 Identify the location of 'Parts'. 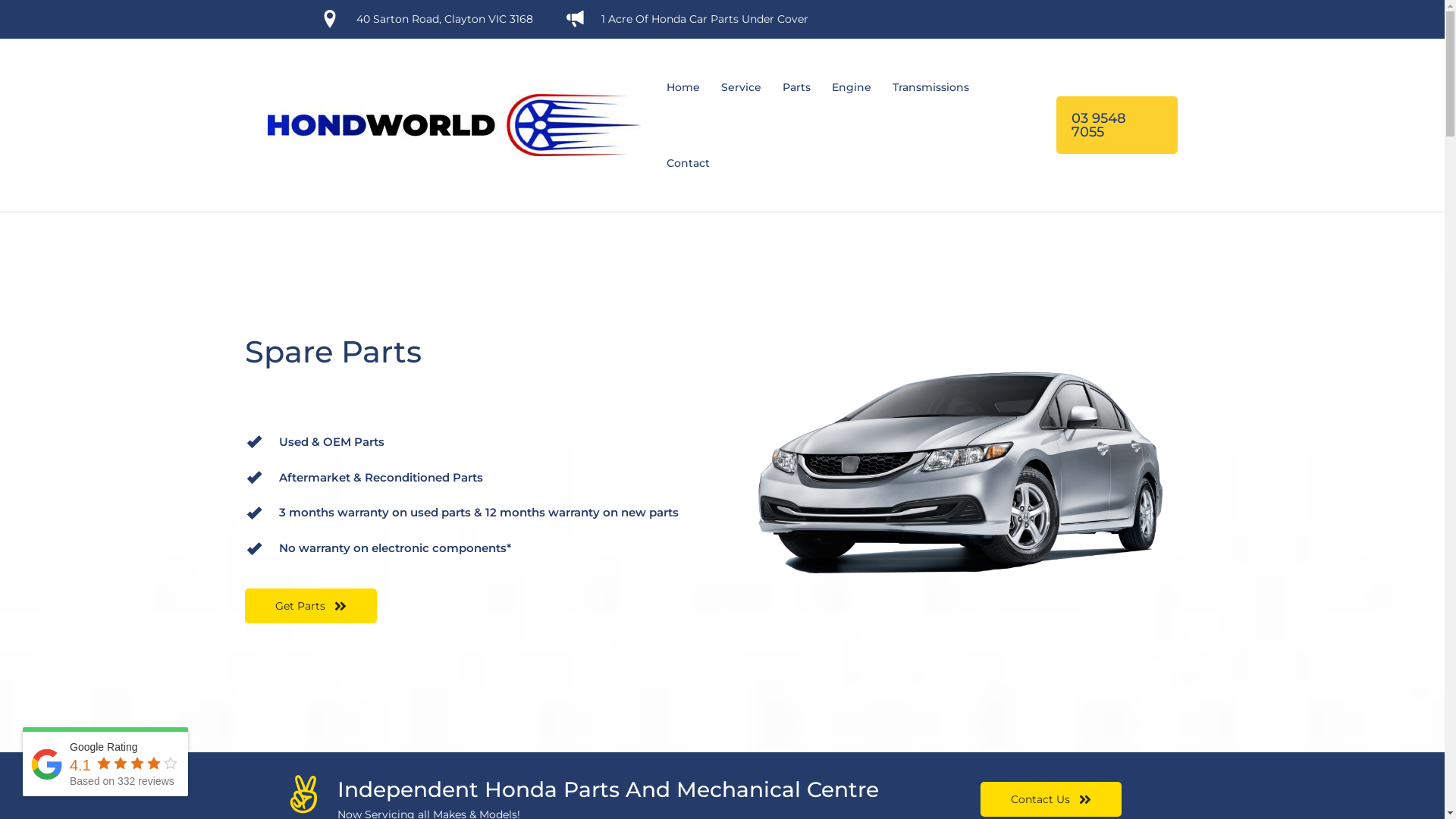
(795, 87).